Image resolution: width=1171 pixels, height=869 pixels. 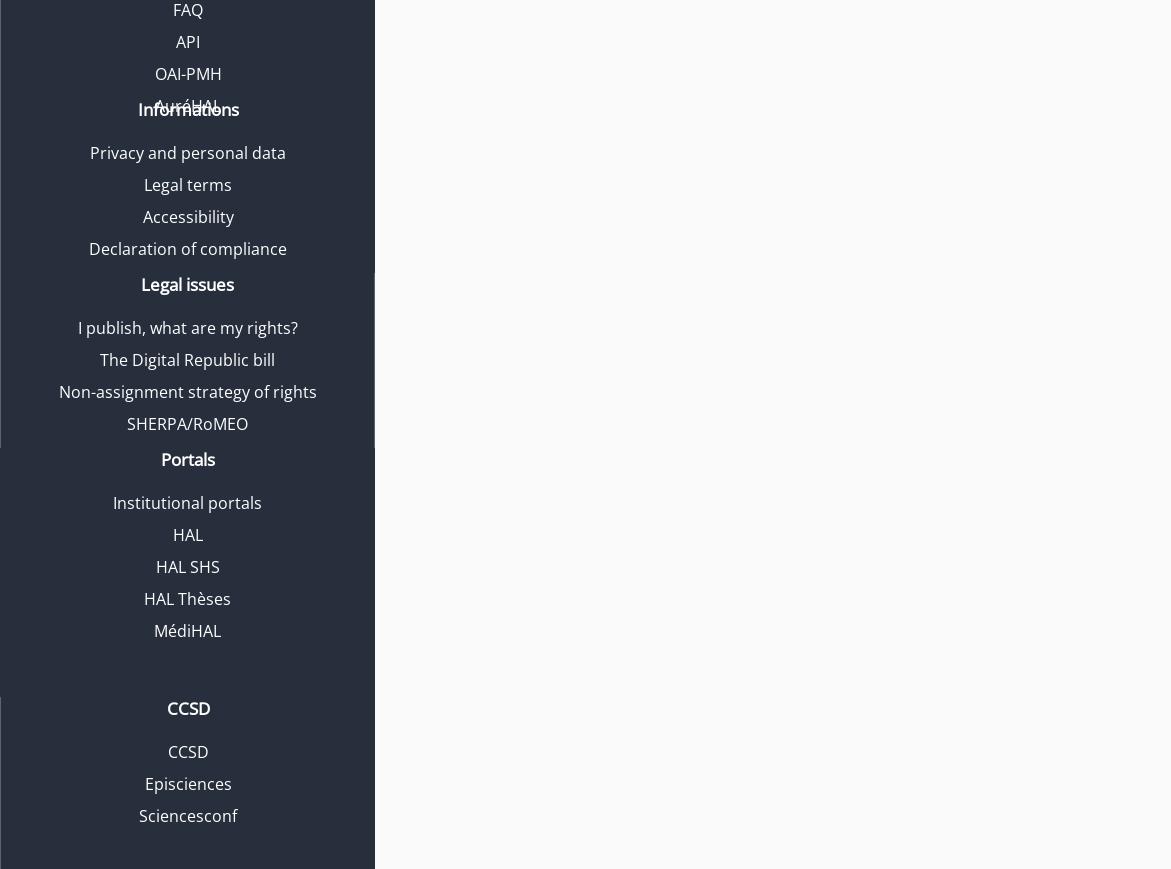 What do you see at coordinates (186, 326) in the screenshot?
I see `'I publish, what are my rights?'` at bounding box center [186, 326].